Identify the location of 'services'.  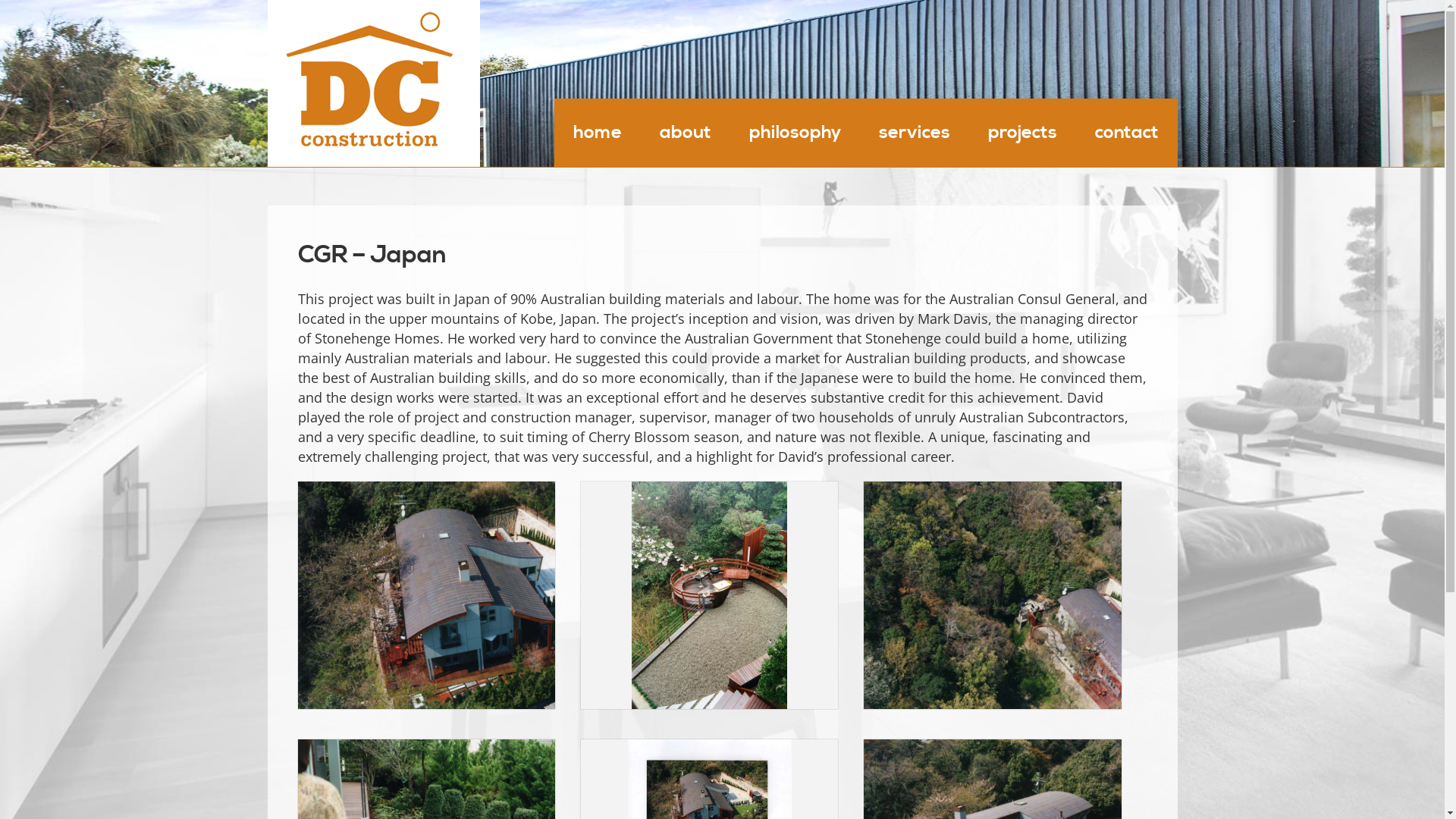
(859, 131).